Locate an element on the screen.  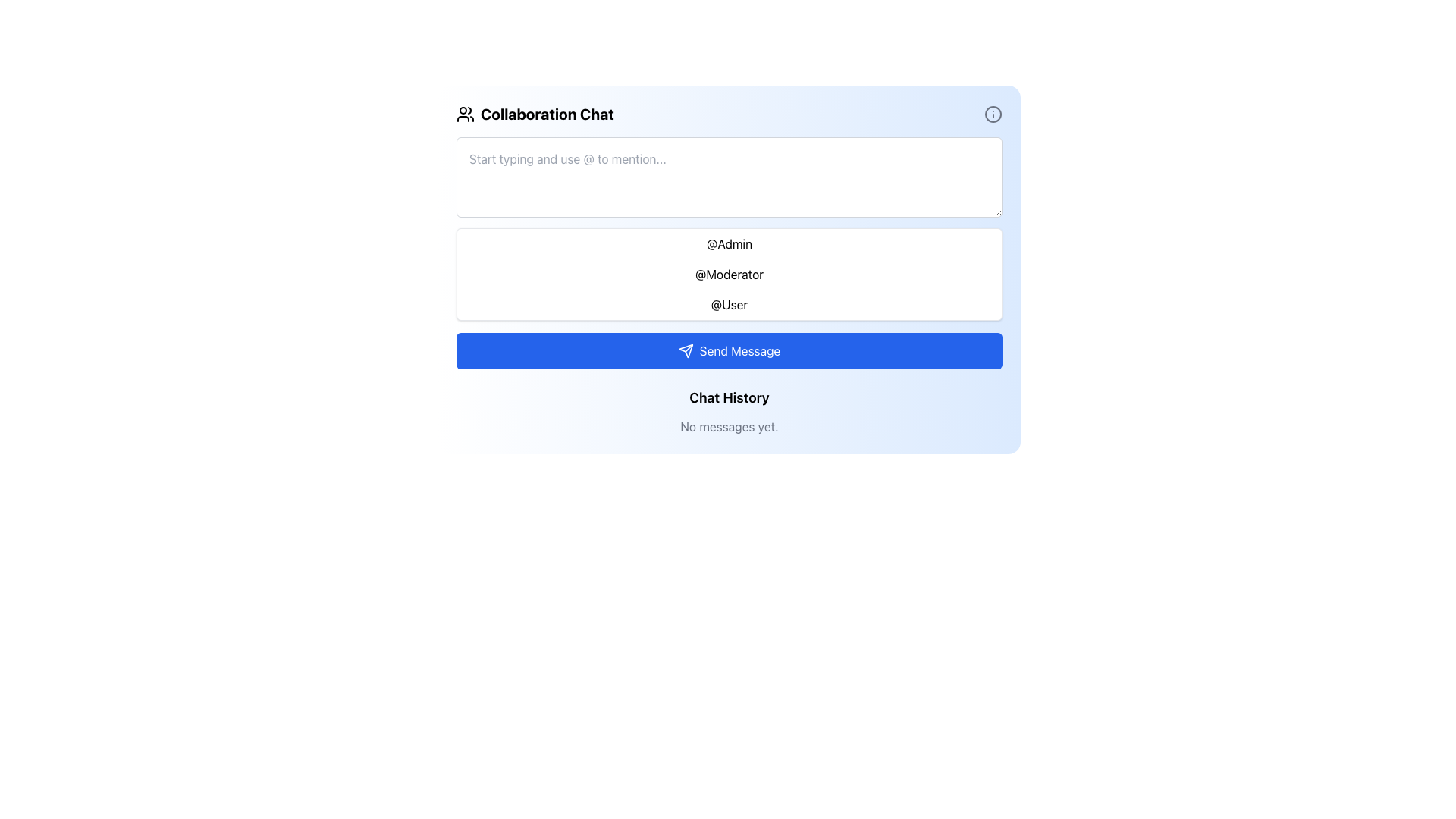
the static text item displaying the label '@Admin', which is the first element in a vertical list of three items is located at coordinates (729, 243).